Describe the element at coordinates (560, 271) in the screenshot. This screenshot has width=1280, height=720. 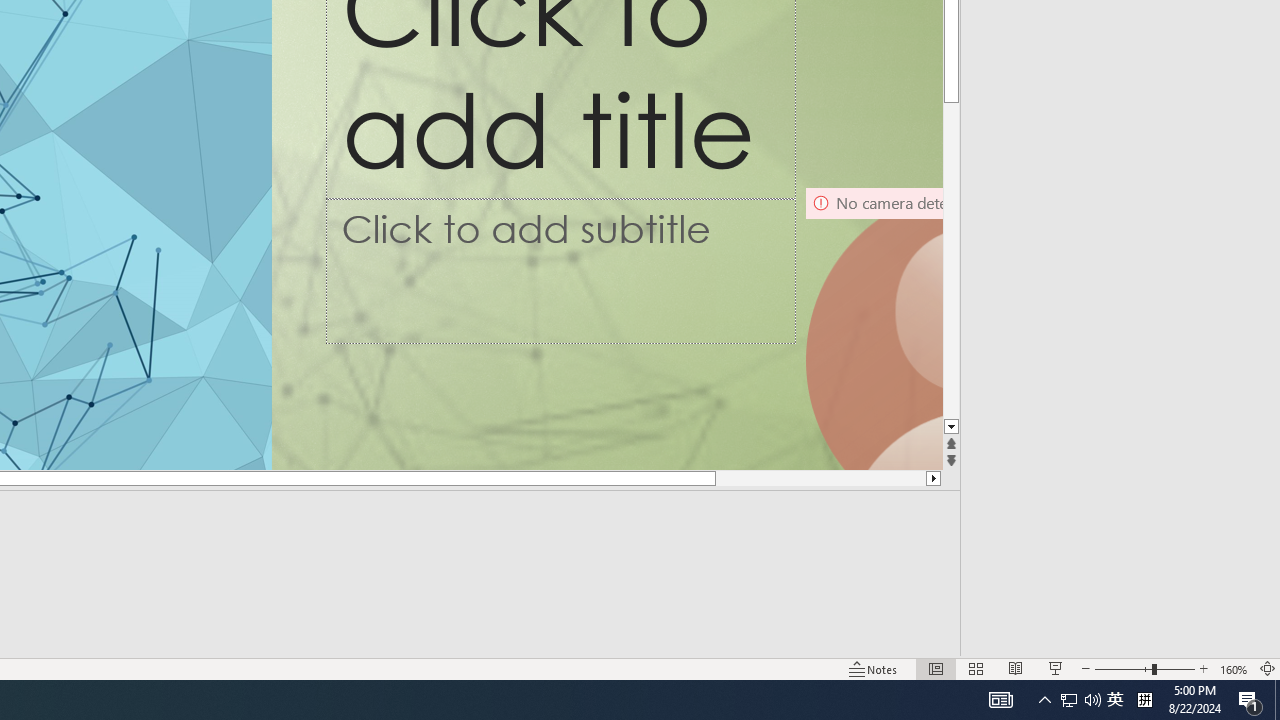
I see `'Subtitle TextBox'` at that location.